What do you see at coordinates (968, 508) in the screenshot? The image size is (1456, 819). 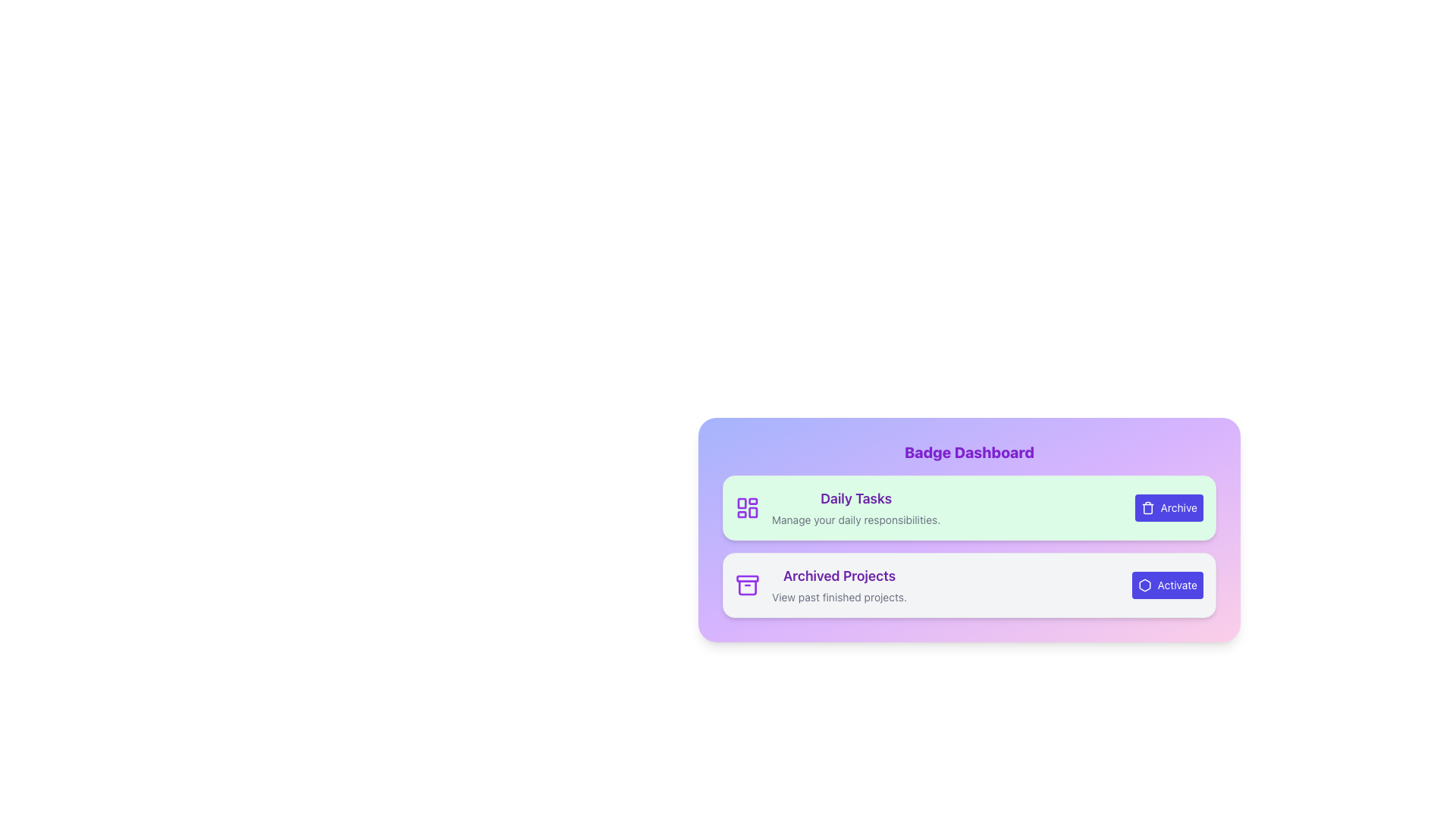 I see `displayed information from the first card in the 'Badge Dashboard', which contains the title 'Daily Tasks', subtitle 'Manage your daily responsibilities.', and an 'Archive' button` at bounding box center [968, 508].